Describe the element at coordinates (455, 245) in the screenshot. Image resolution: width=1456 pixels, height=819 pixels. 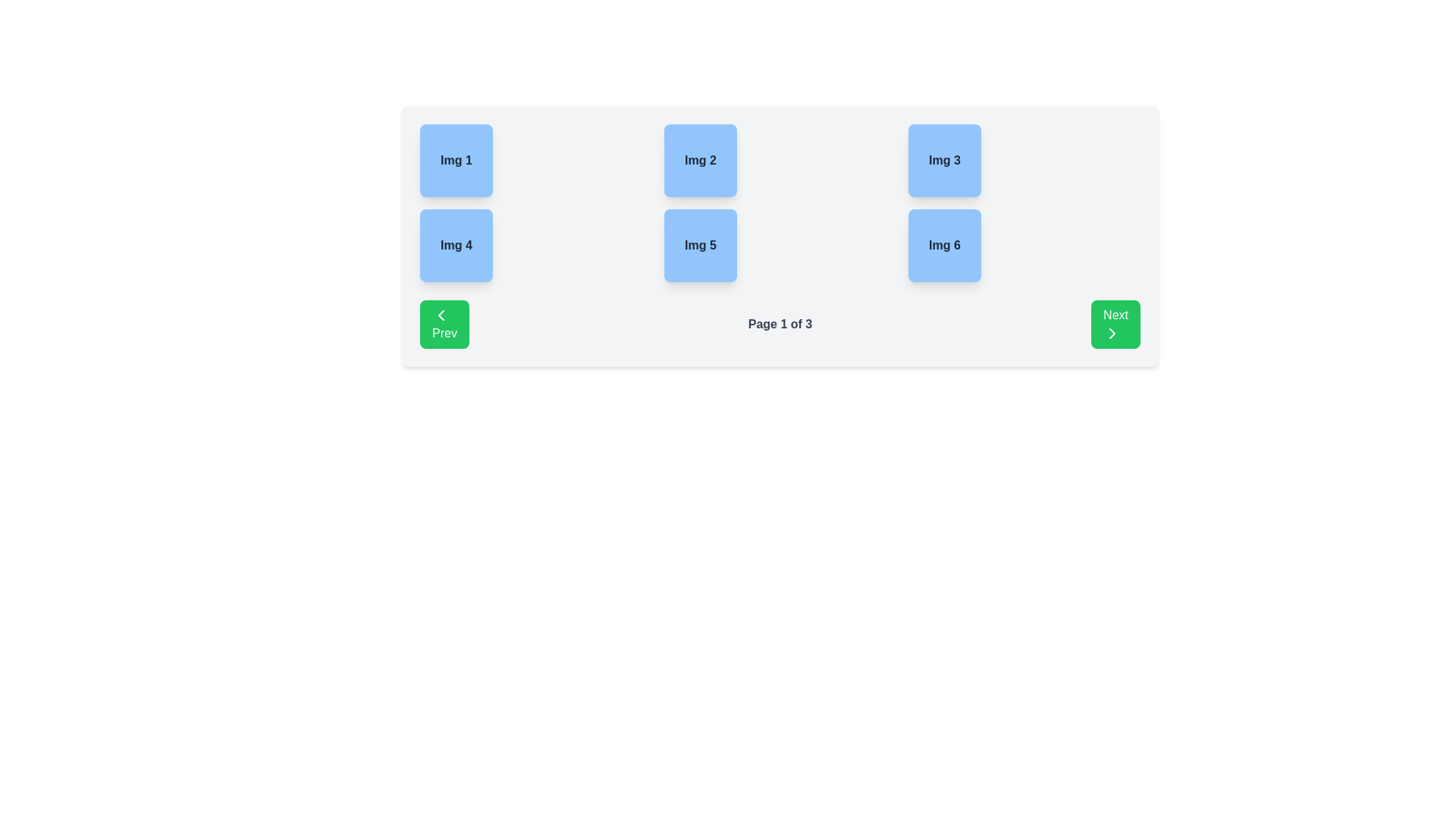
I see `the text label 'Img 4', which is located at the center of the leftmost column of a grid of light blue square containers, positioned below 'Img 1' and above the navigation buttons 'Prev' and 'Next'` at that location.